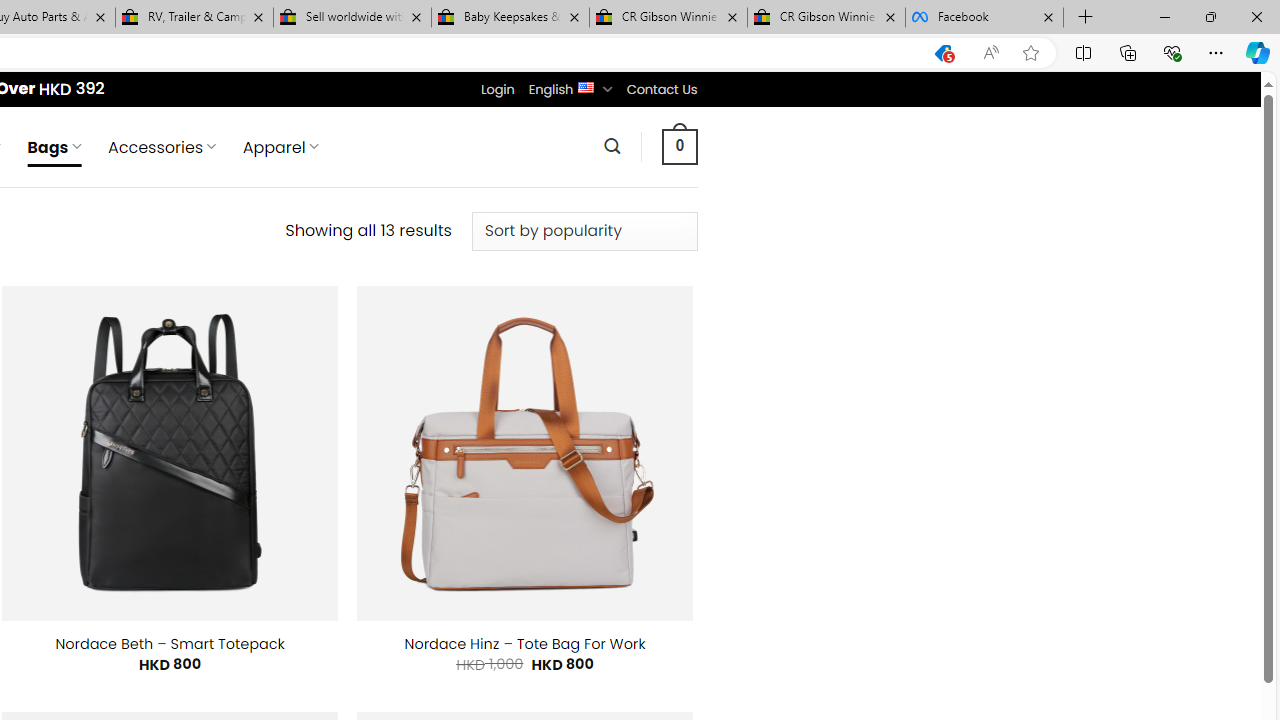 The height and width of the screenshot is (720, 1280). Describe the element at coordinates (585, 85) in the screenshot. I see `'English'` at that location.